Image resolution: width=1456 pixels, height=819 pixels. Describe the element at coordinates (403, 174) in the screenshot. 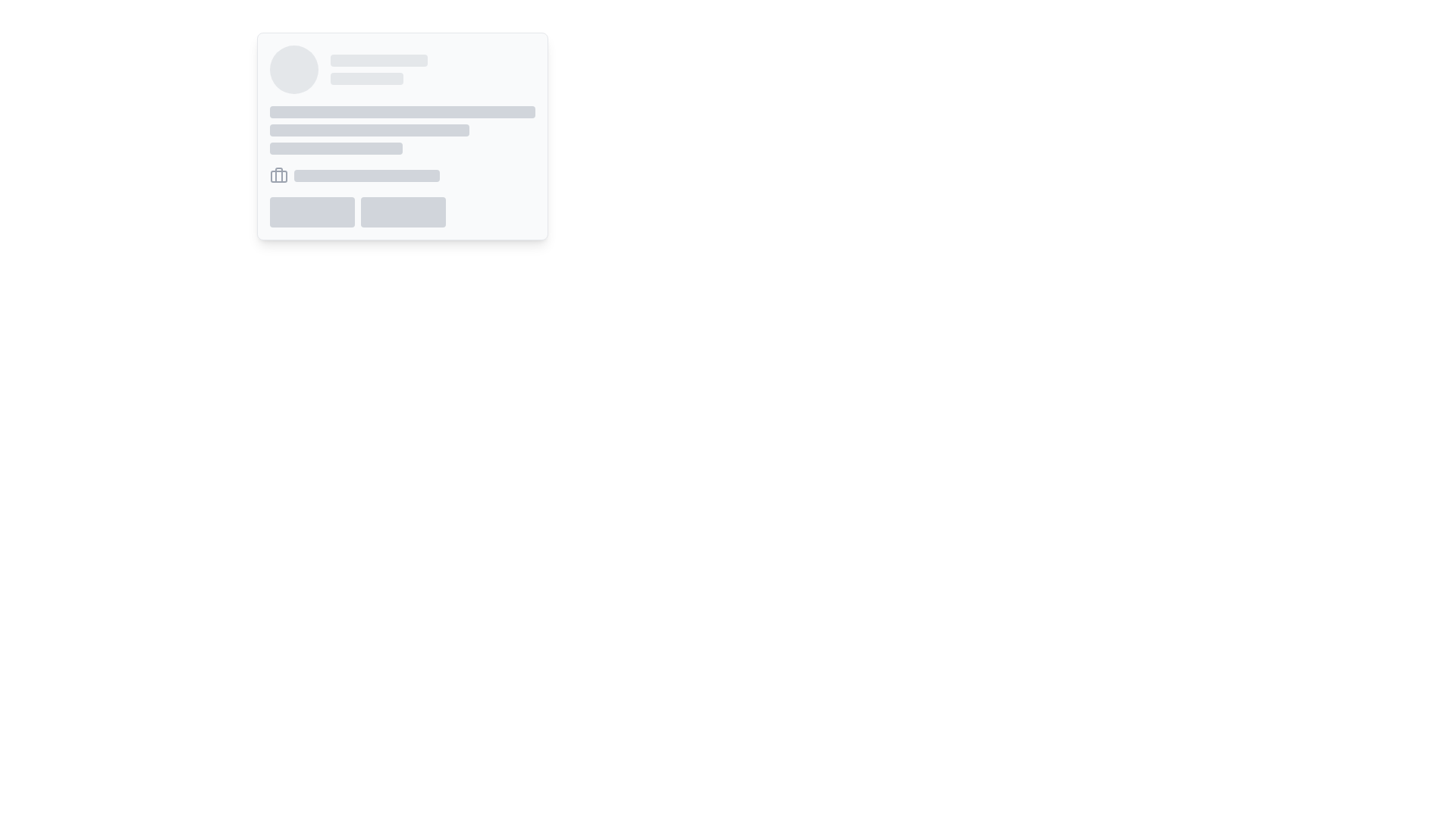

I see `the horizontal layout element containing an icon and a text placeholder, which is positioned beneath text placeholders and above button-like placeholders` at that location.